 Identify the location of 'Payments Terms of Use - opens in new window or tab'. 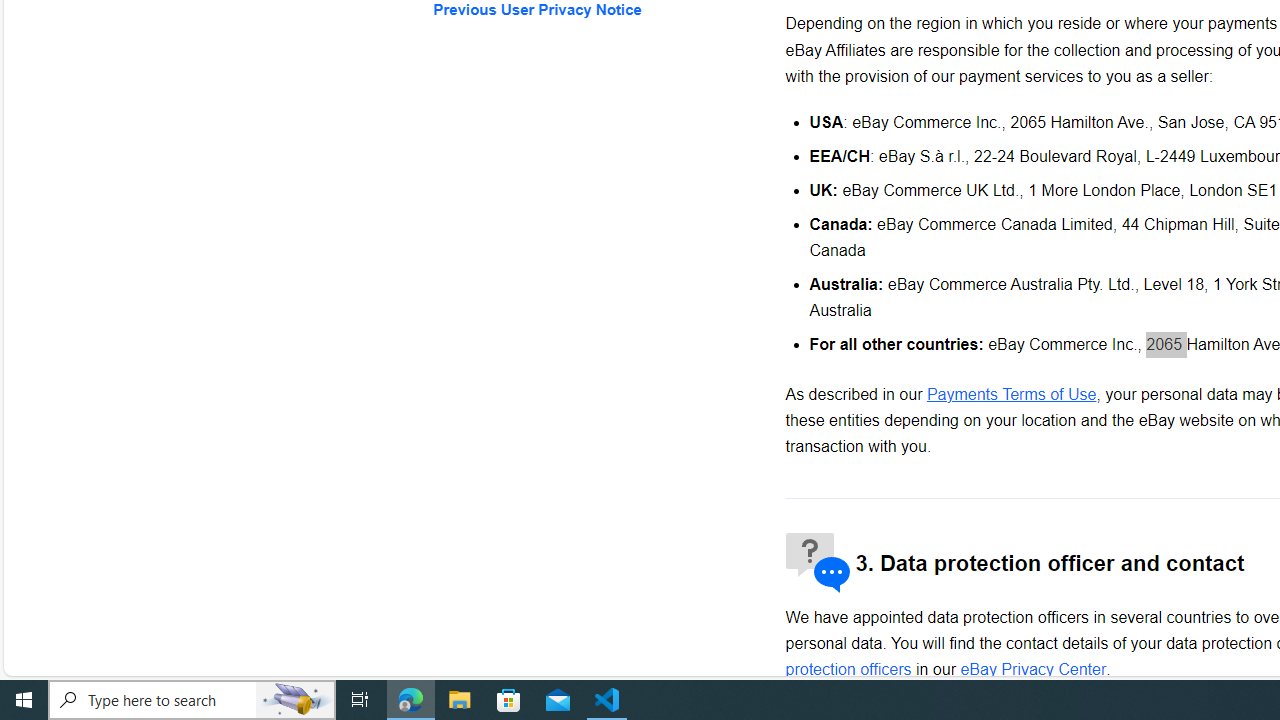
(1011, 394).